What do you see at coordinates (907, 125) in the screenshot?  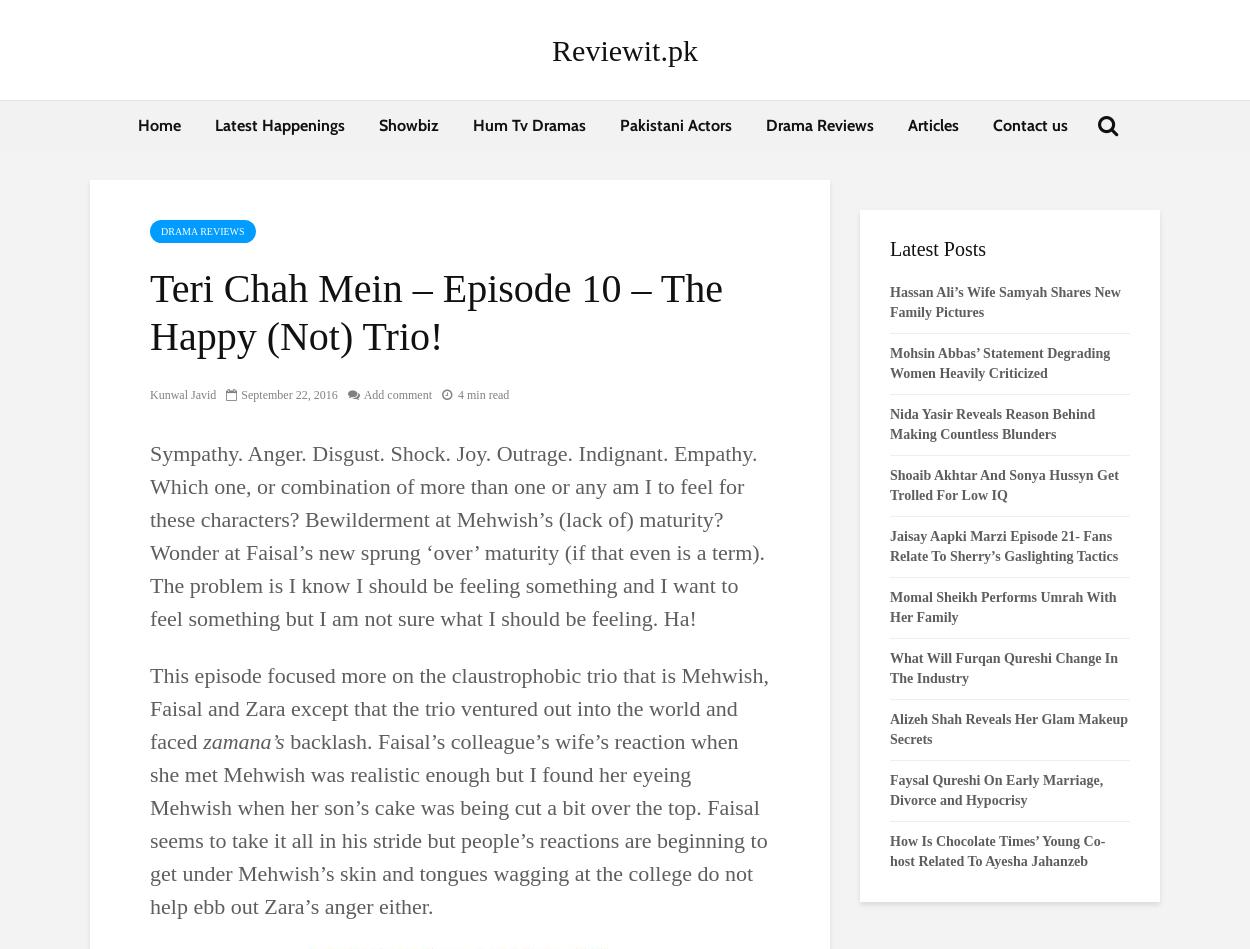 I see `'Articles'` at bounding box center [907, 125].